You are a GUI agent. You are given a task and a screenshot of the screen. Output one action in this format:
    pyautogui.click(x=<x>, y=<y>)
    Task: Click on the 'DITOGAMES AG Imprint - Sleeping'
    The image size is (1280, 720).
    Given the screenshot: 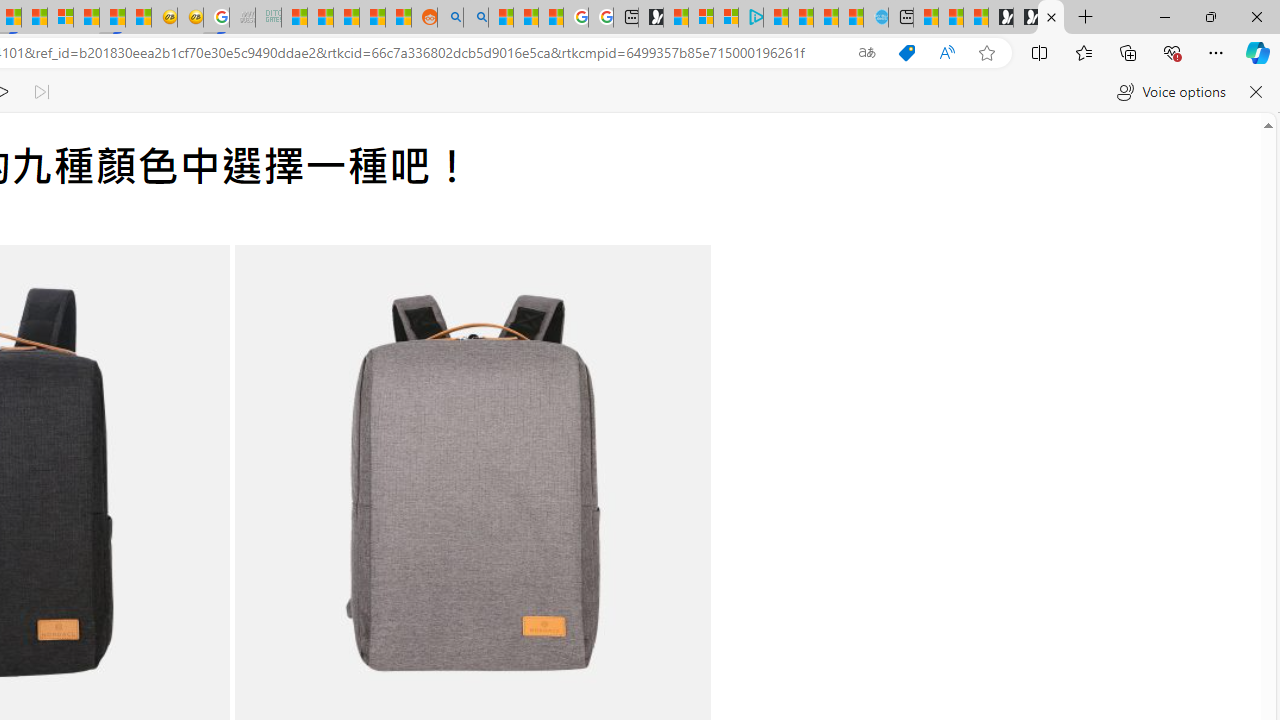 What is the action you would take?
    pyautogui.click(x=267, y=17)
    